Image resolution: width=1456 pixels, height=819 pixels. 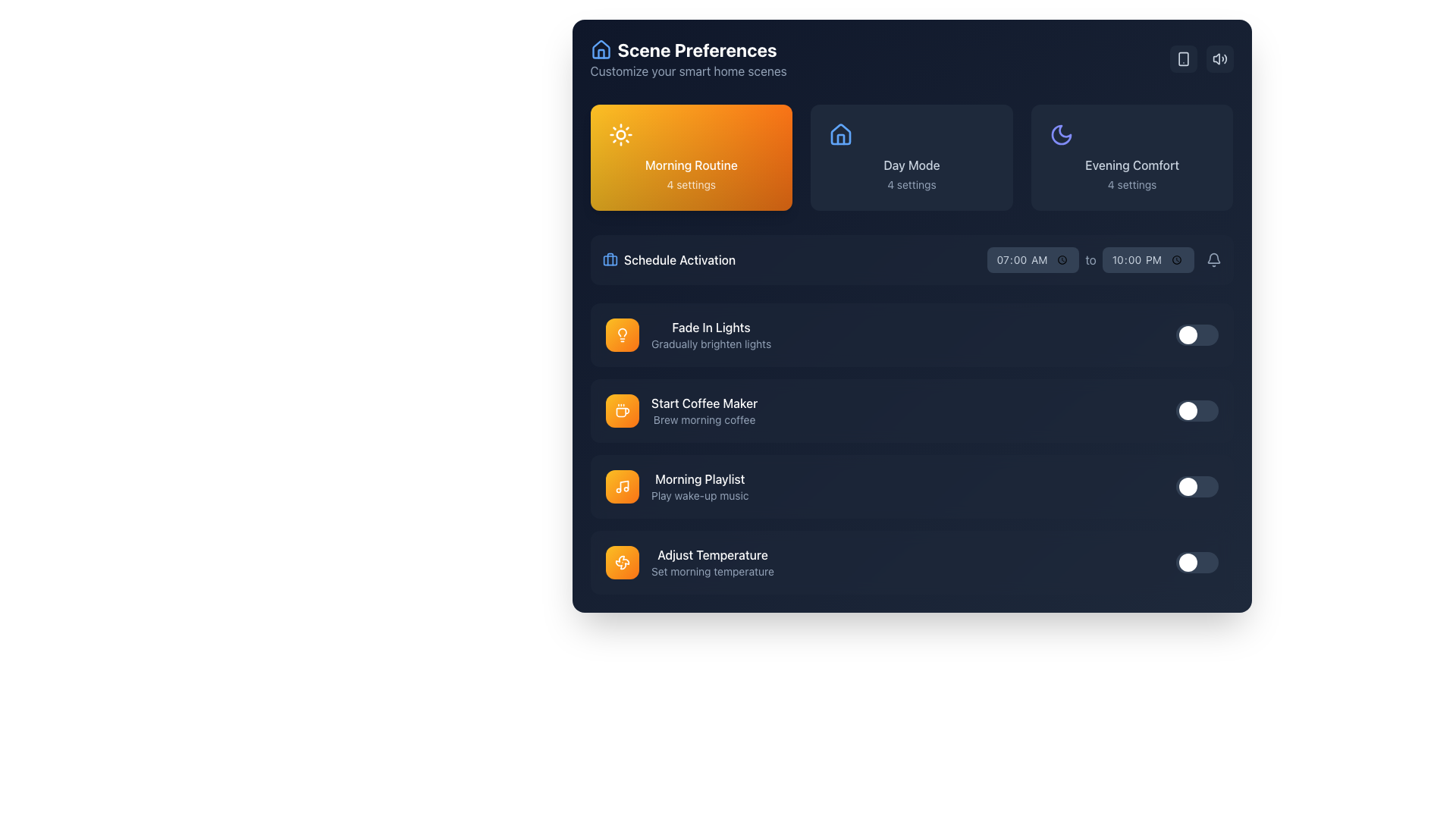 What do you see at coordinates (711, 562) in the screenshot?
I see `the temperature adjustment Text Label located under the 'Schedule Activation' heading` at bounding box center [711, 562].